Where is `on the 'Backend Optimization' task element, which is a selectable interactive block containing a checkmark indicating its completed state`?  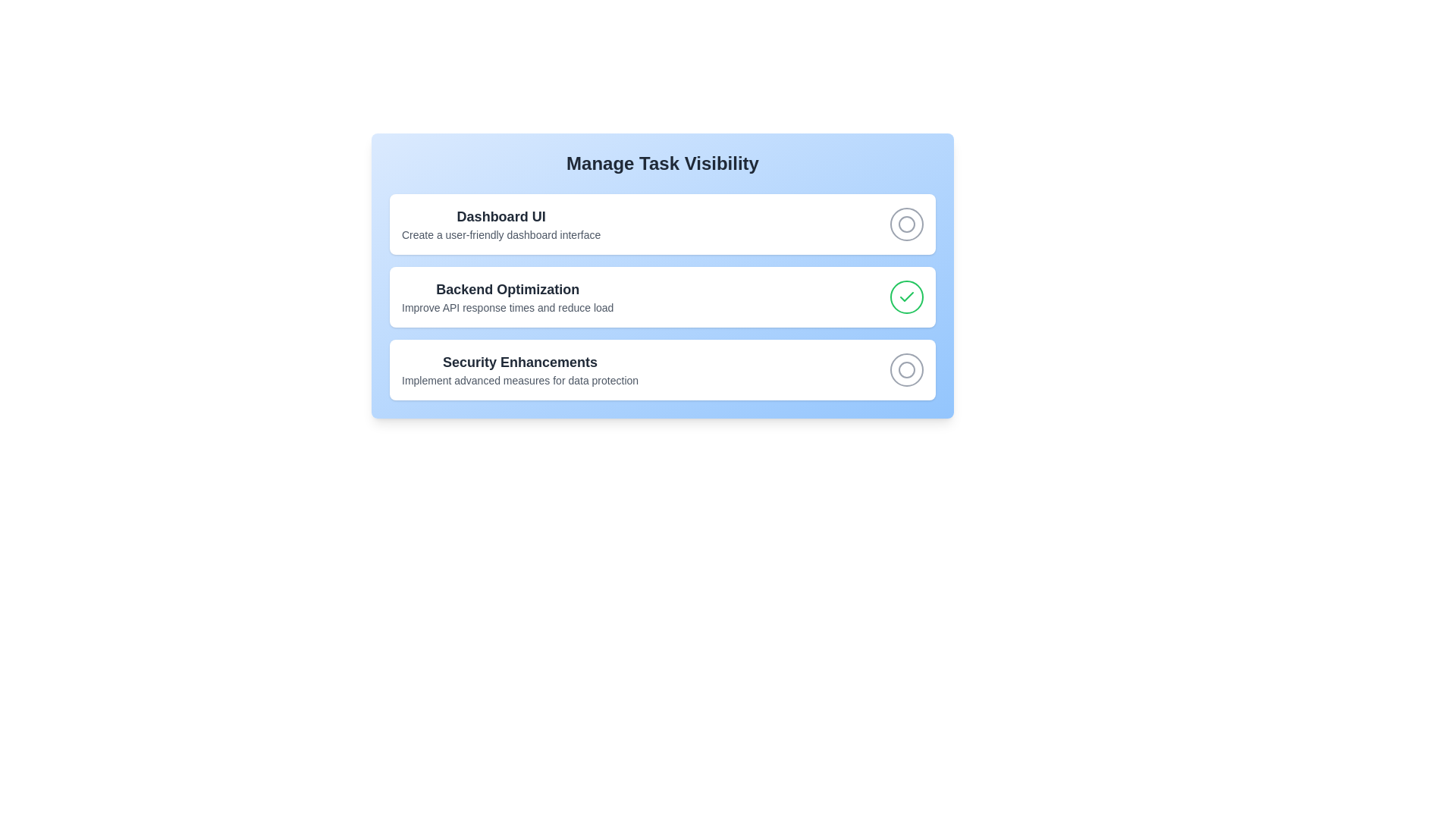 on the 'Backend Optimization' task element, which is a selectable interactive block containing a checkmark indicating its completed state is located at coordinates (662, 297).